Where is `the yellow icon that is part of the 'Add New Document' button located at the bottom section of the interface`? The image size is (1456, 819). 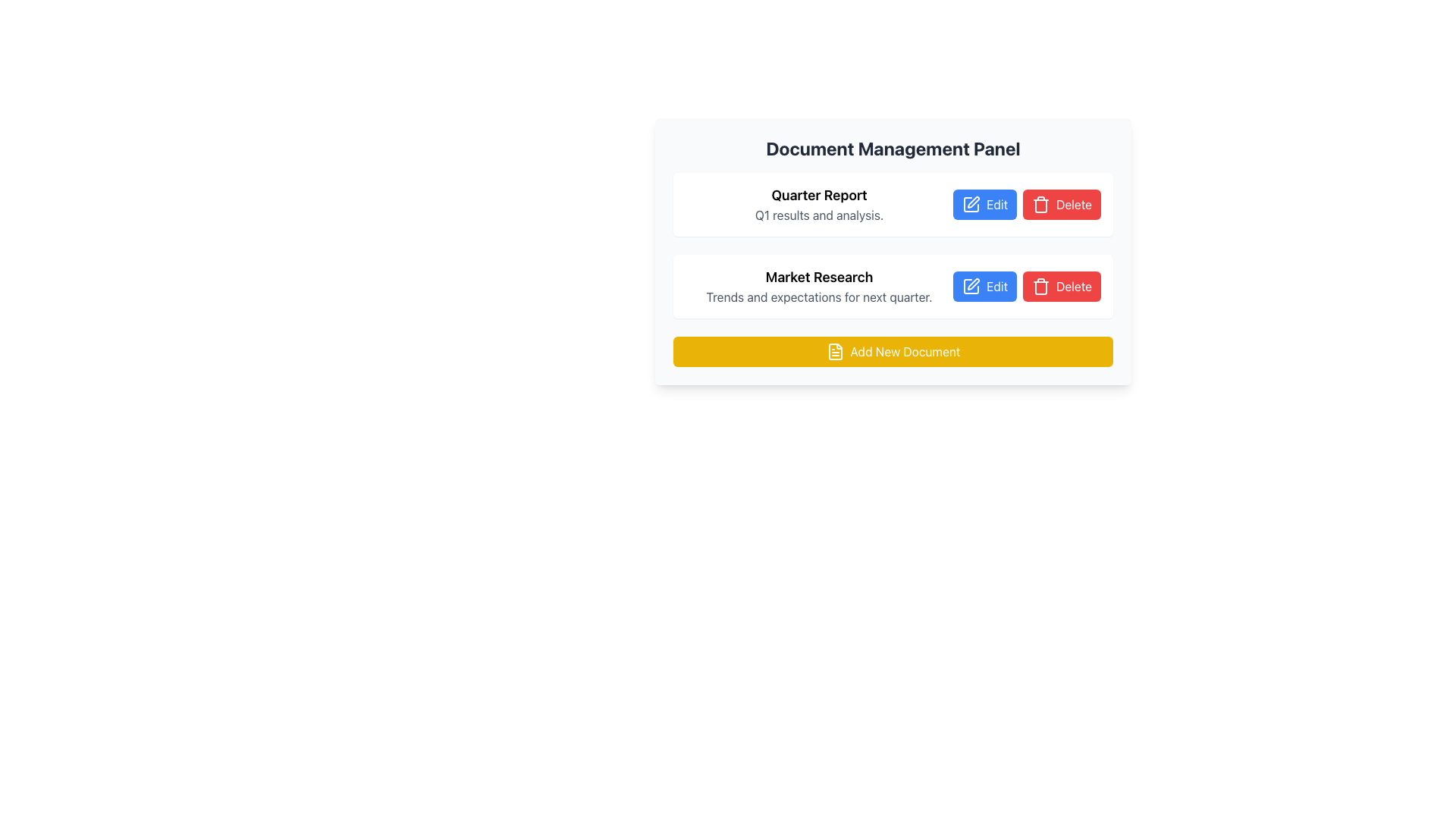 the yellow icon that is part of the 'Add New Document' button located at the bottom section of the interface is located at coordinates (834, 351).